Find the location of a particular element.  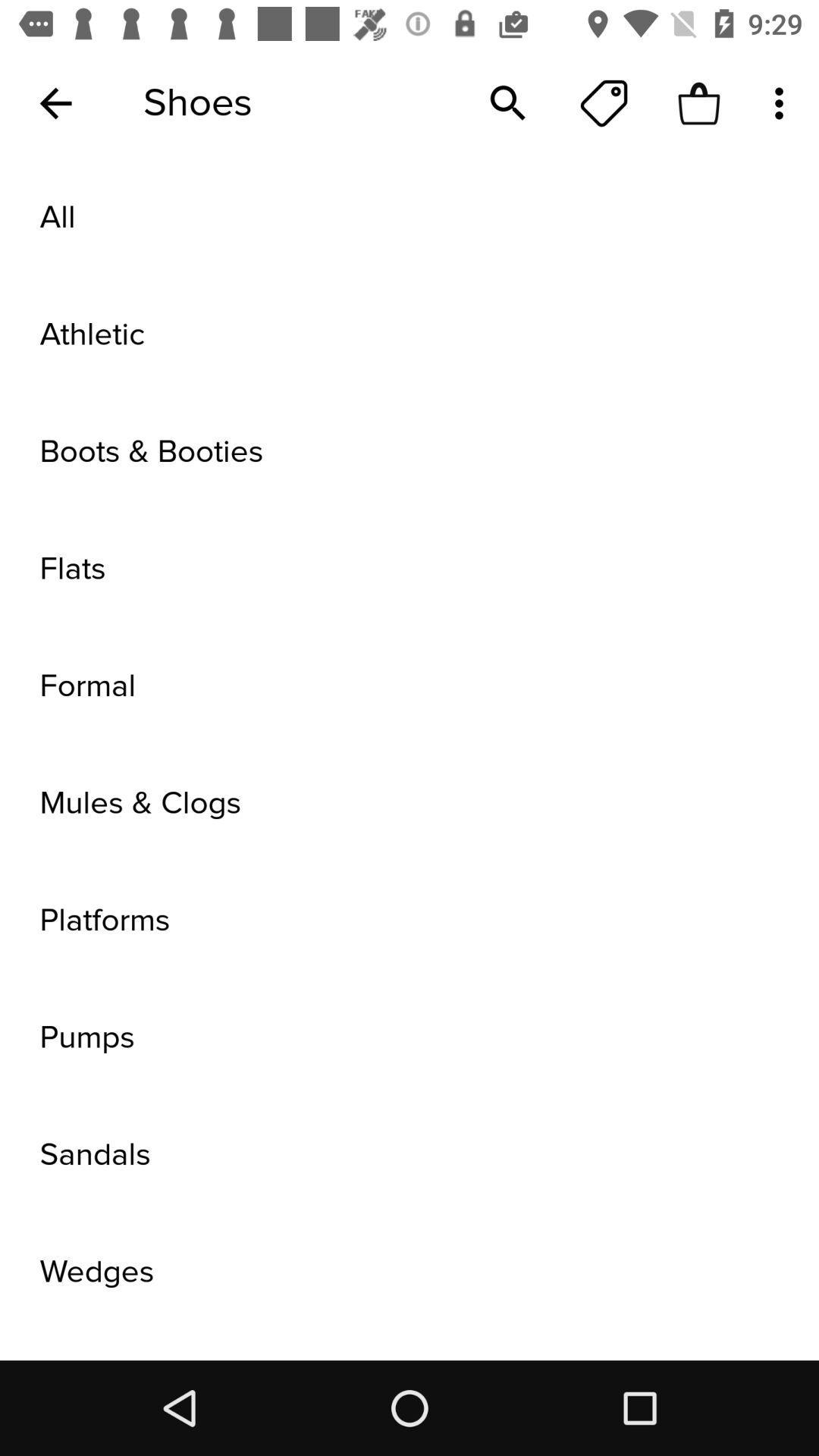

the wedges is located at coordinates (409, 1272).